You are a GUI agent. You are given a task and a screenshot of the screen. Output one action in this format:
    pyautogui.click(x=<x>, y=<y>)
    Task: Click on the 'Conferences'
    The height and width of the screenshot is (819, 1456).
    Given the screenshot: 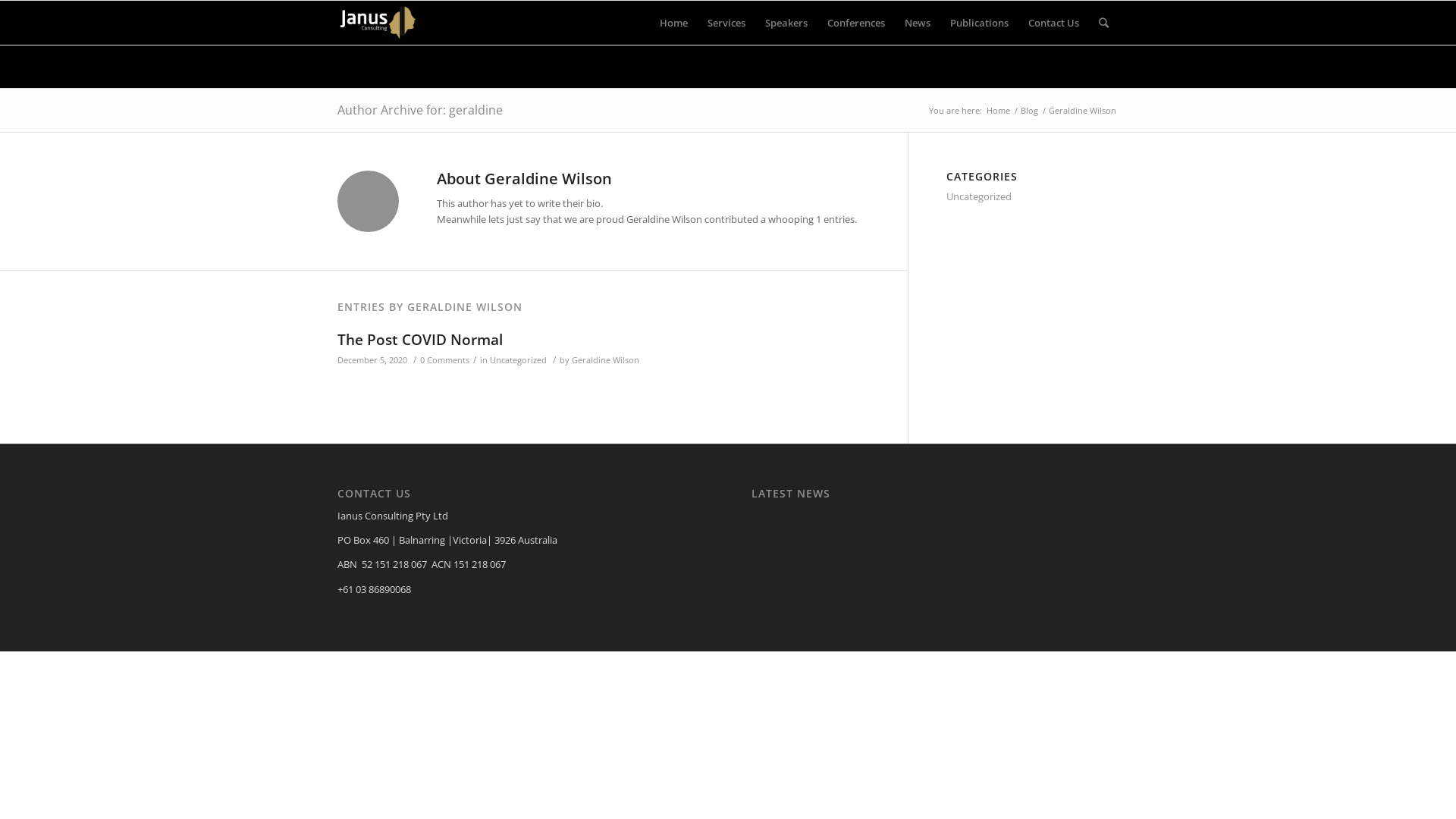 What is the action you would take?
    pyautogui.click(x=855, y=23)
    